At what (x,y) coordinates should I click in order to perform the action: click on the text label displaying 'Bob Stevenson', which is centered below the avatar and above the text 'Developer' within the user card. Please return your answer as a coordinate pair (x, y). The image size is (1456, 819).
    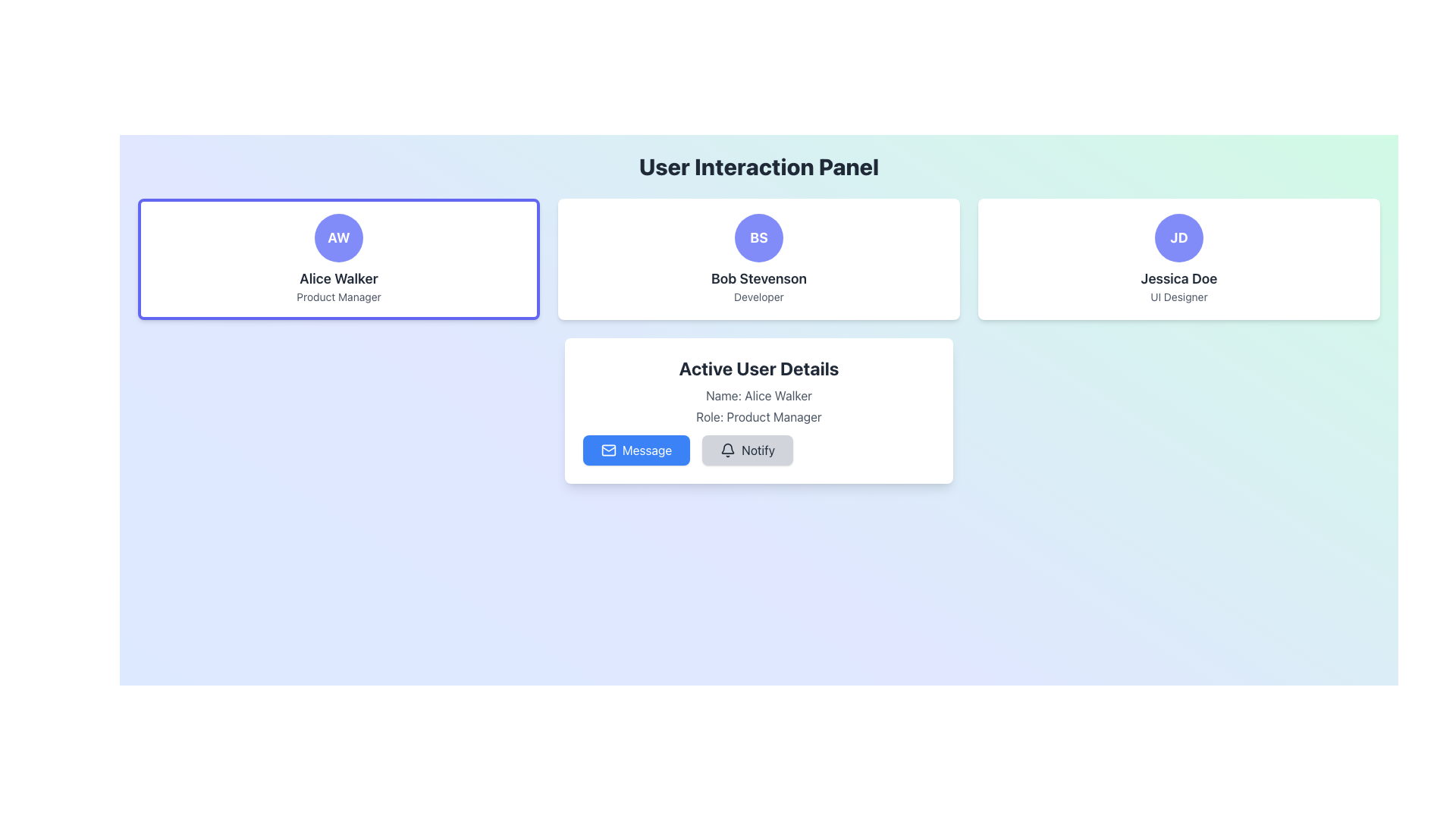
    Looking at the image, I should click on (759, 278).